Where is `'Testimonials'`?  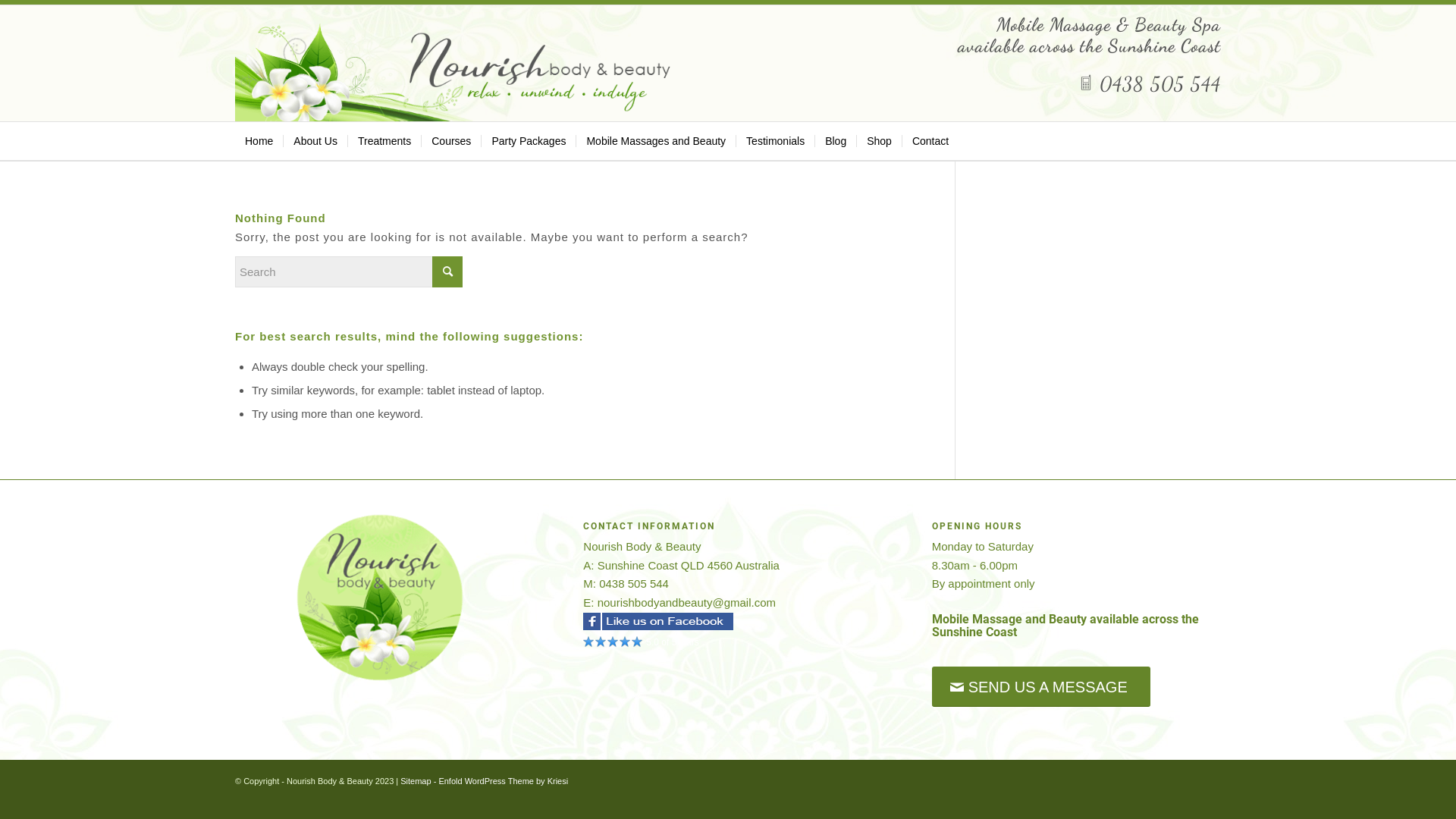 'Testimonials' is located at coordinates (775, 140).